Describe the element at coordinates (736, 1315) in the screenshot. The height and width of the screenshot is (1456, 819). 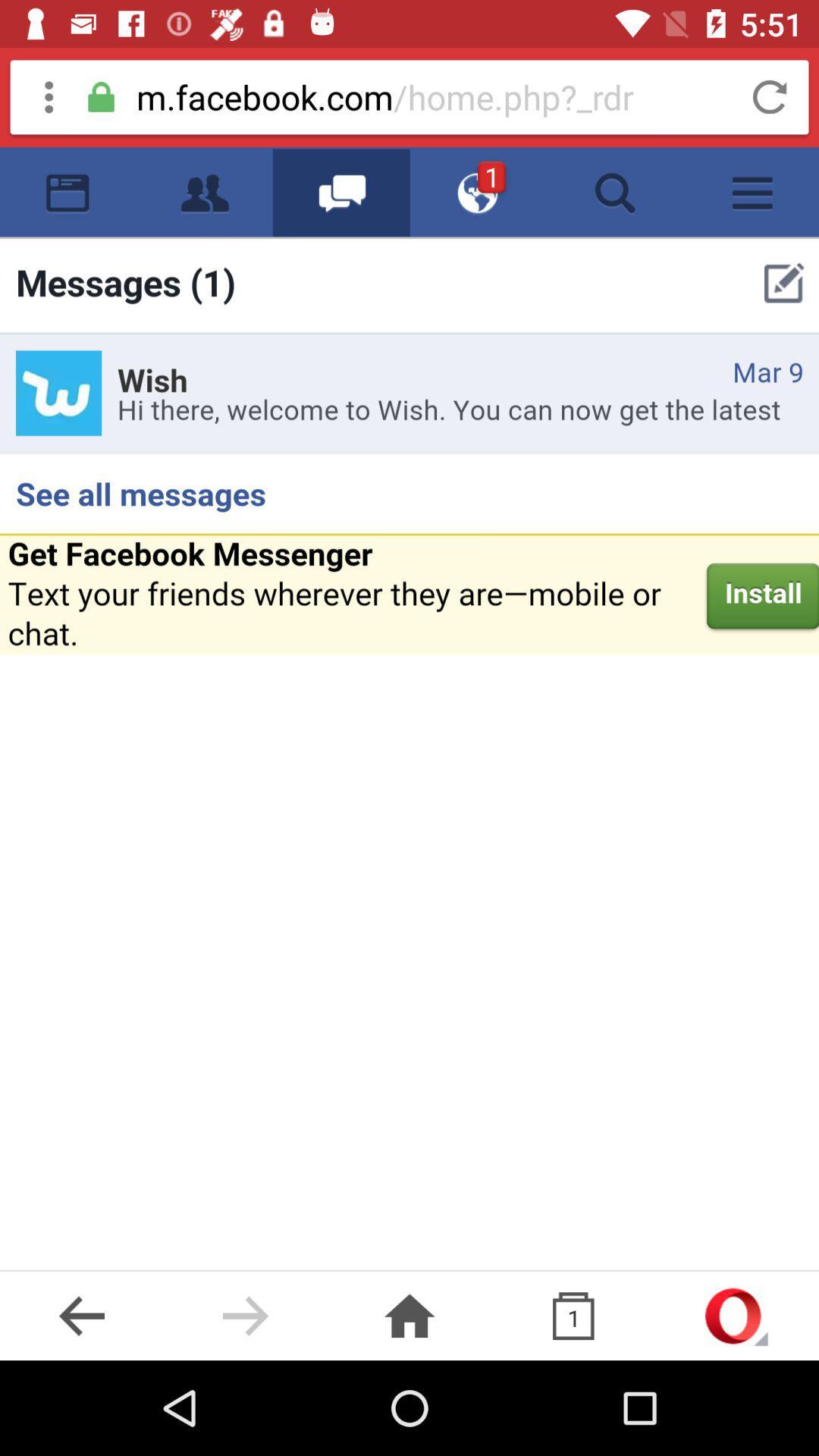
I see `the arrow_upward icon` at that location.